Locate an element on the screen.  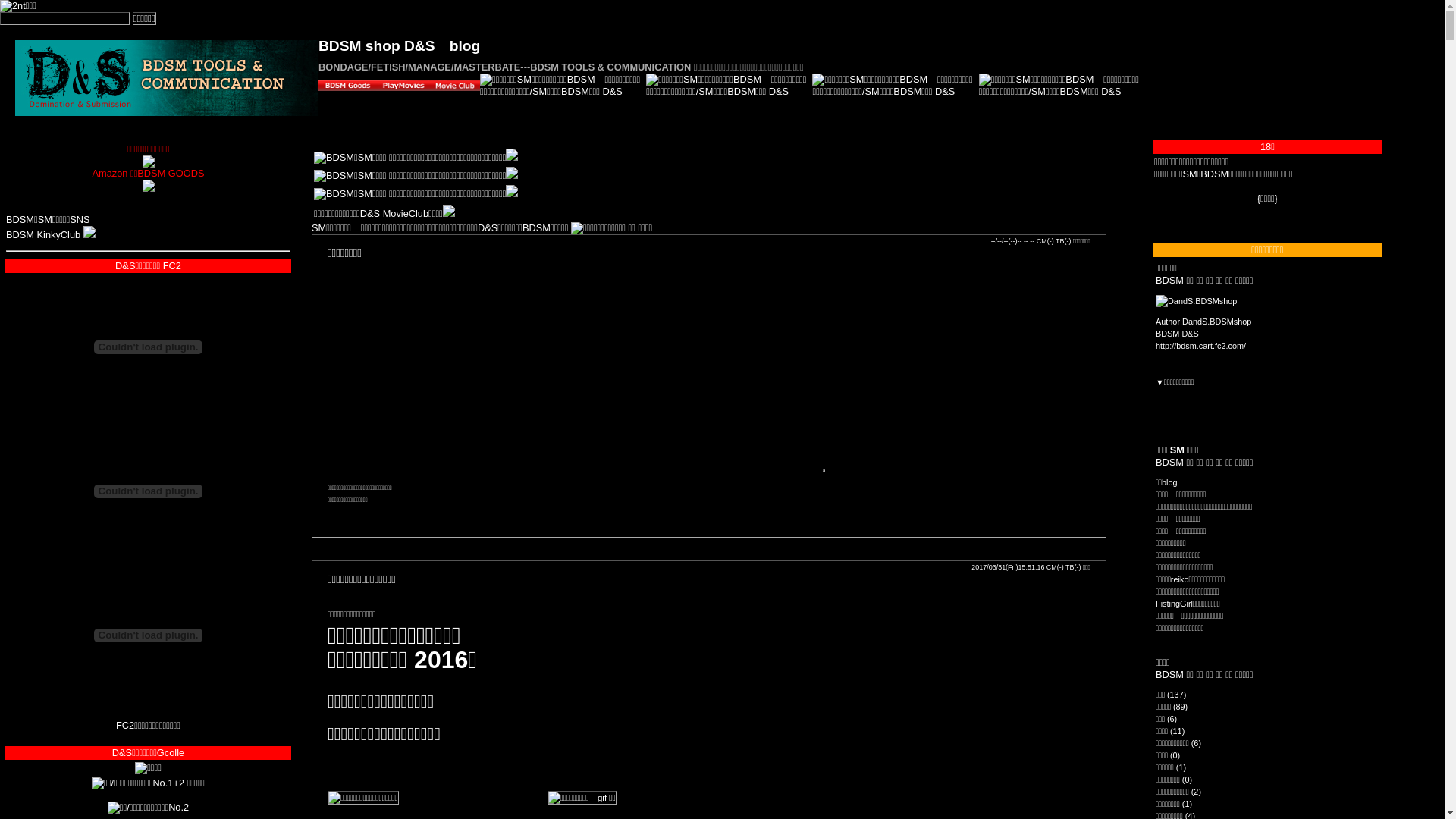
'http://bdsm.cart.fc2.com/' is located at coordinates (1154, 345).